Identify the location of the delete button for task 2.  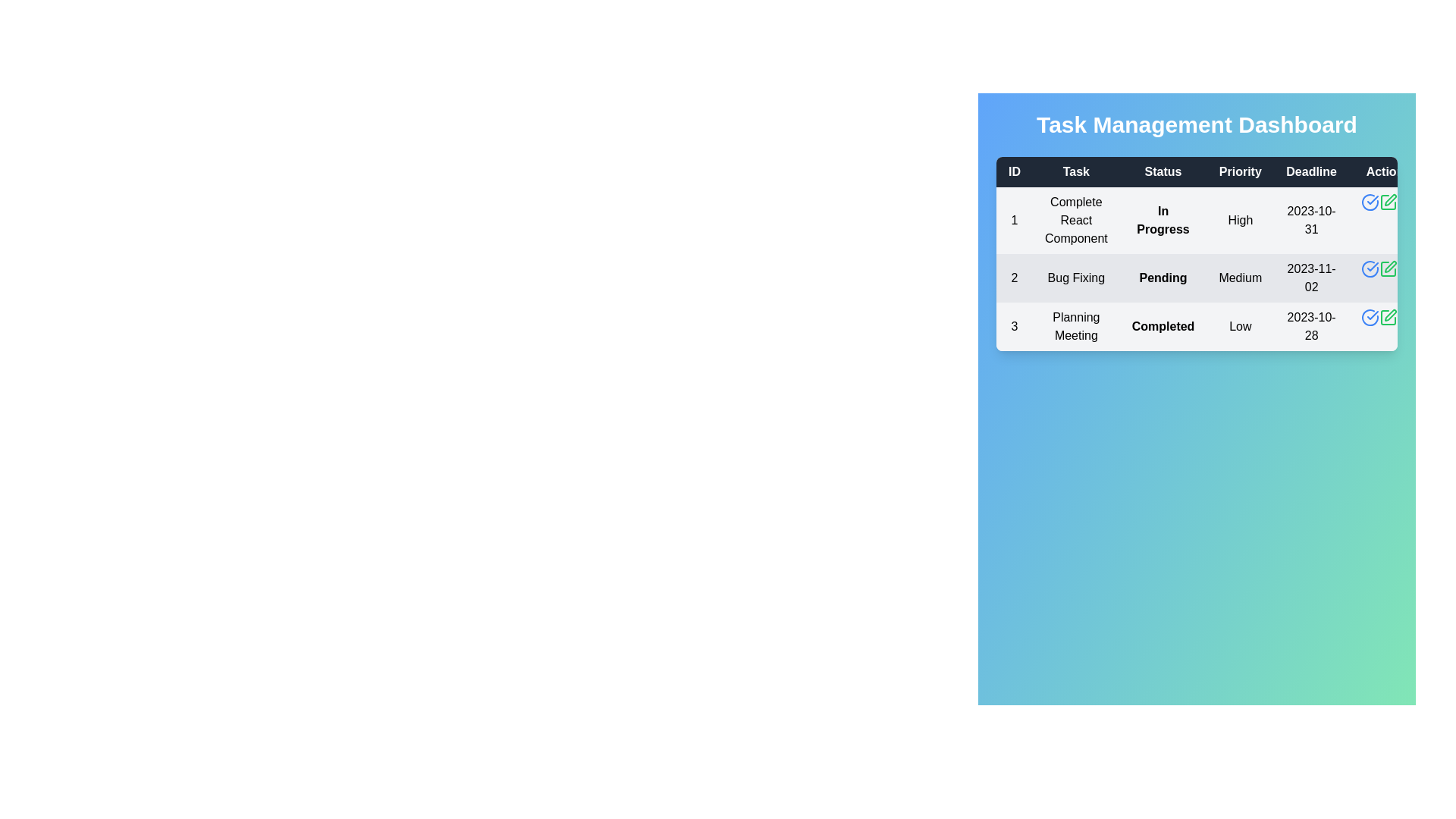
(1404, 268).